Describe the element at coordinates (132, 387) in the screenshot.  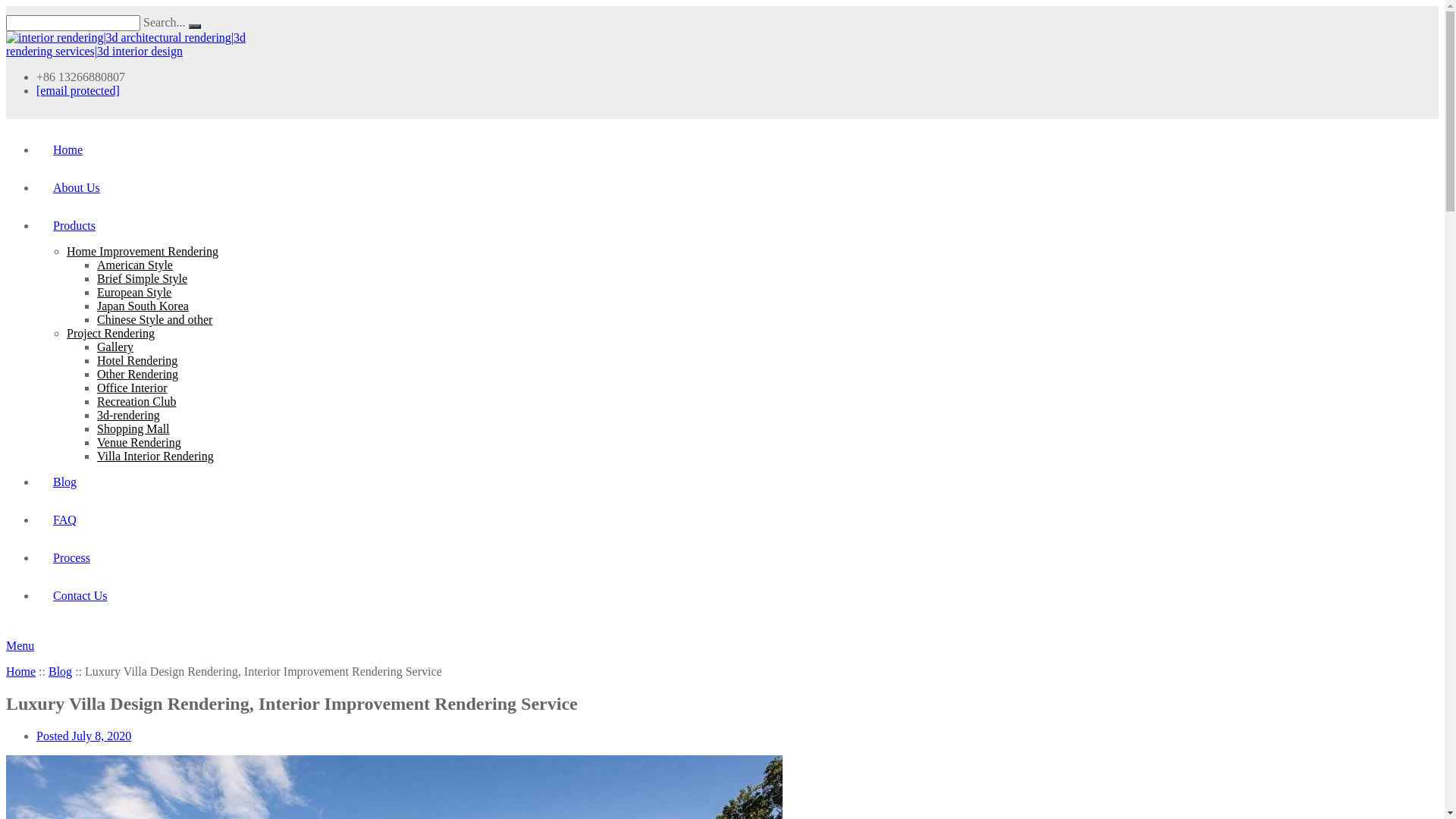
I see `'Office Interior'` at that location.